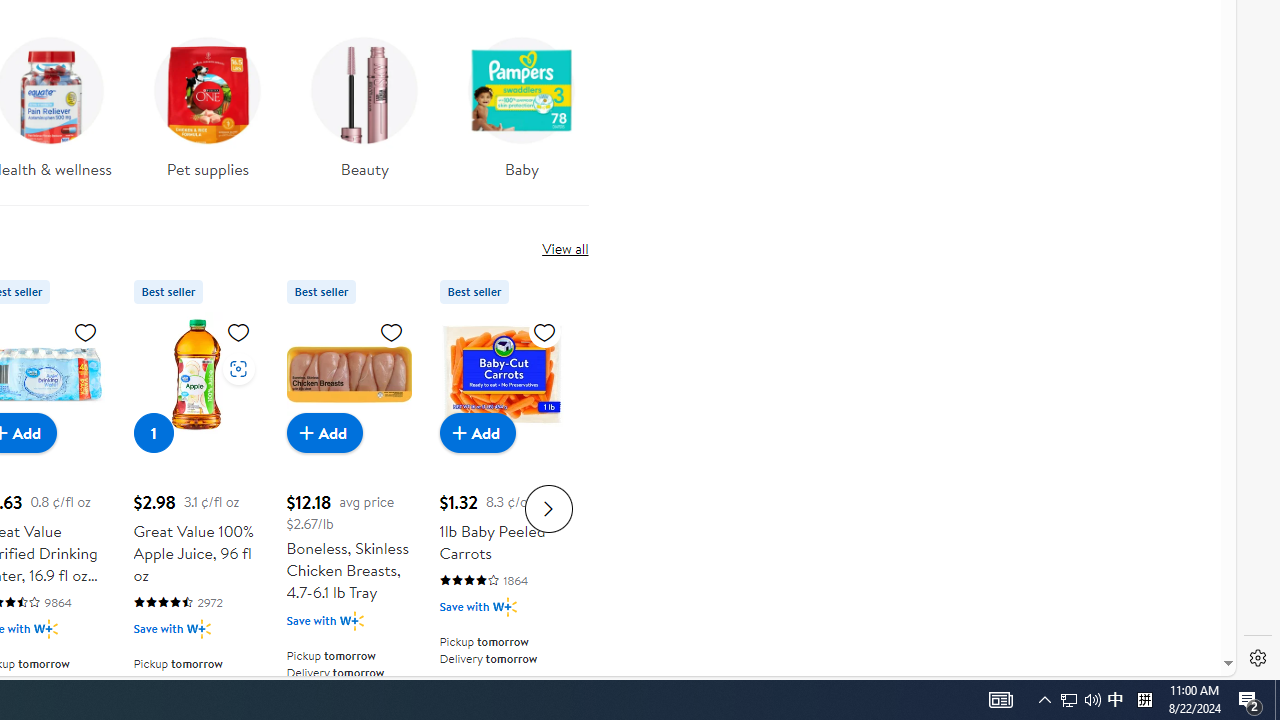  Describe the element at coordinates (564, 247) in the screenshot. I see `'View all'` at that location.